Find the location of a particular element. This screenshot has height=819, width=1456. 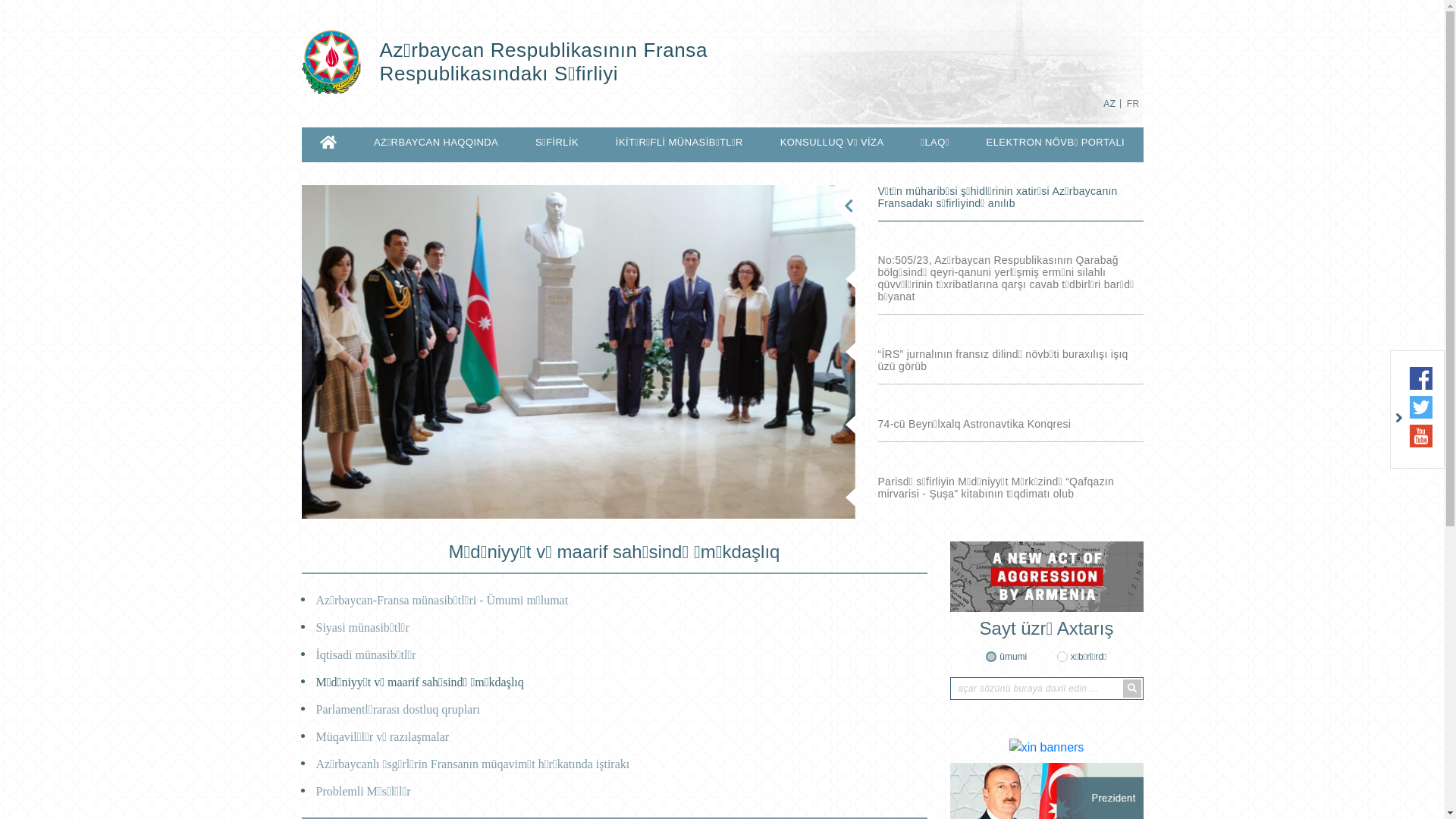

'FR' is located at coordinates (1133, 103).